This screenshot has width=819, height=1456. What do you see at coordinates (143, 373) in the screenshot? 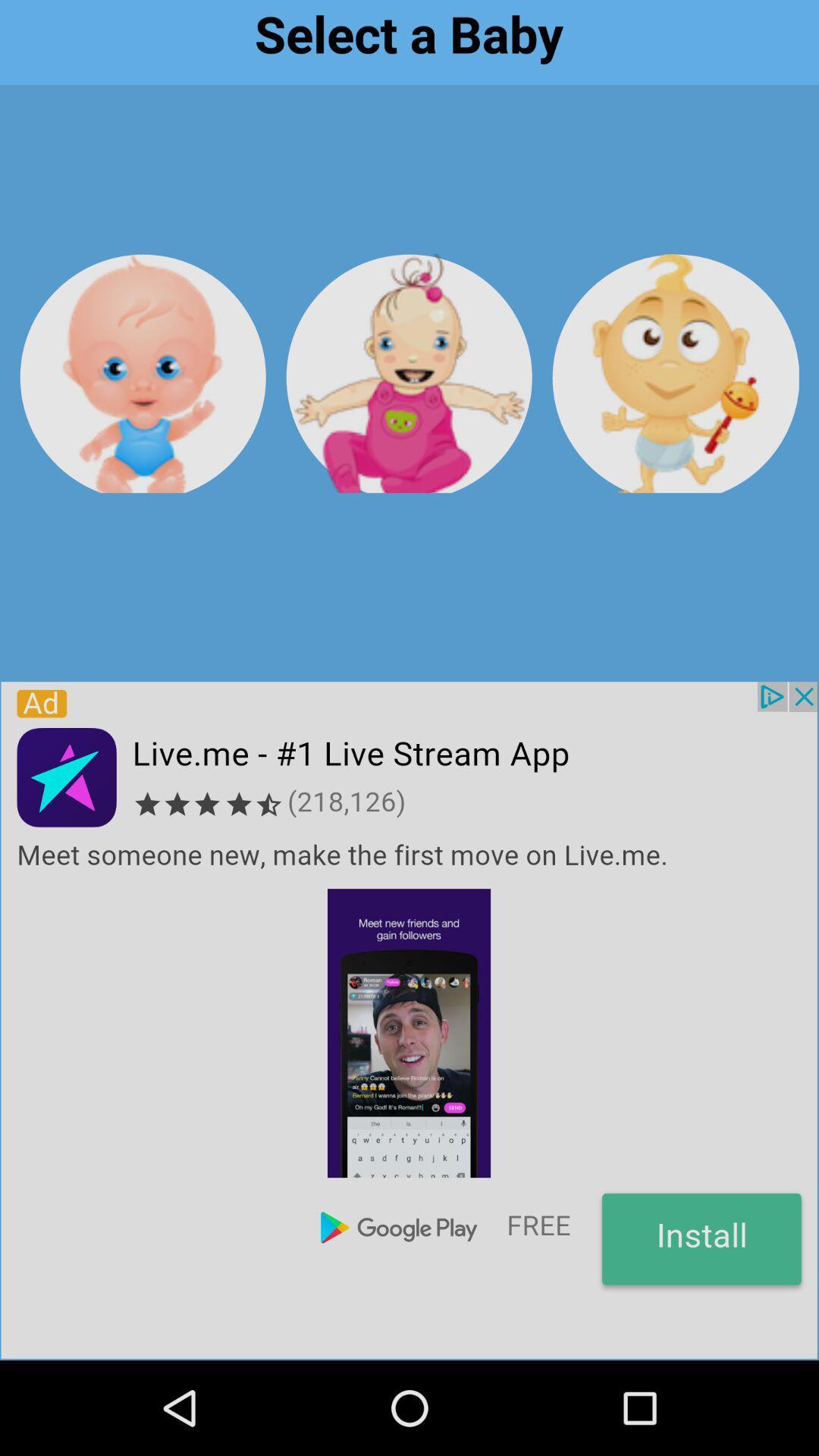
I see `choose baby` at bounding box center [143, 373].